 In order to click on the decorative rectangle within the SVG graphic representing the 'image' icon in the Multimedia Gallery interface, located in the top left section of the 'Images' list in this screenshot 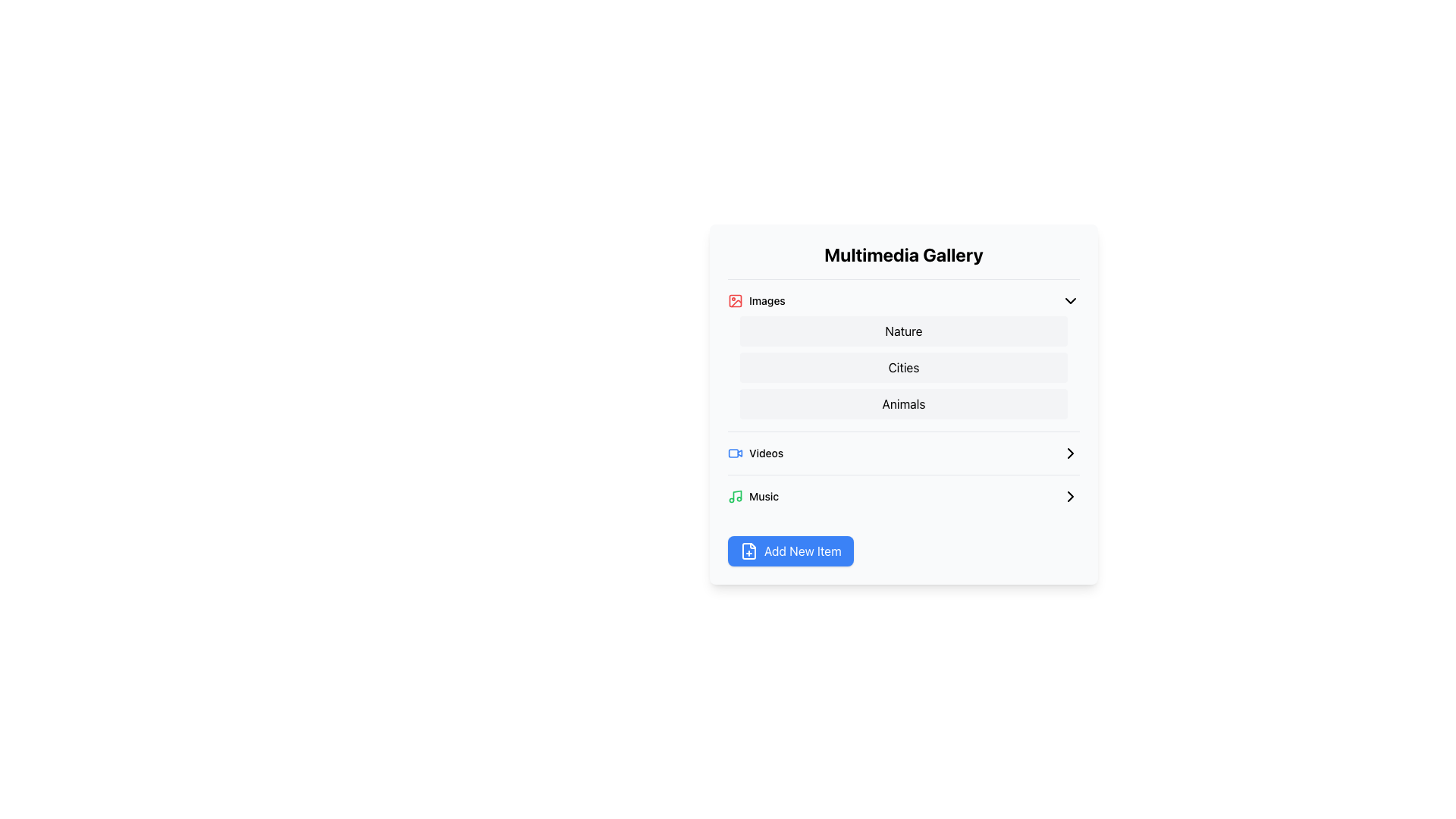, I will do `click(735, 301)`.